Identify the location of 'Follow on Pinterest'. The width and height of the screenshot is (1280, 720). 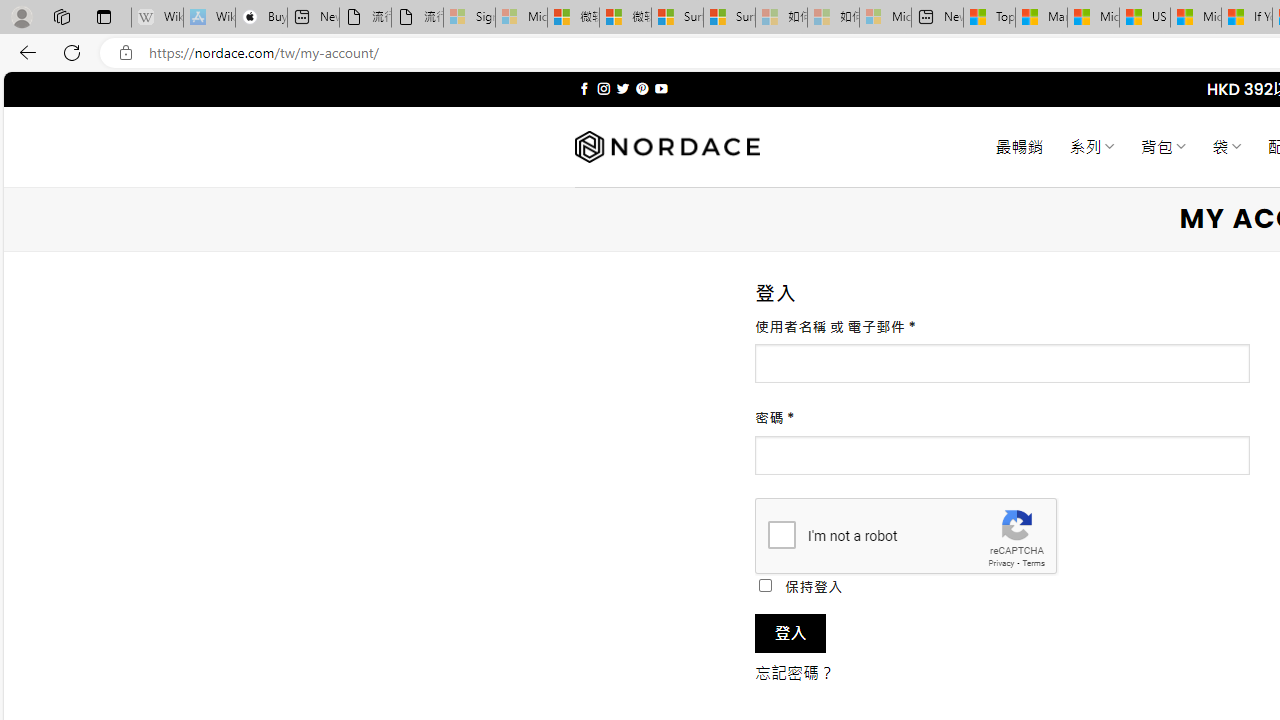
(642, 88).